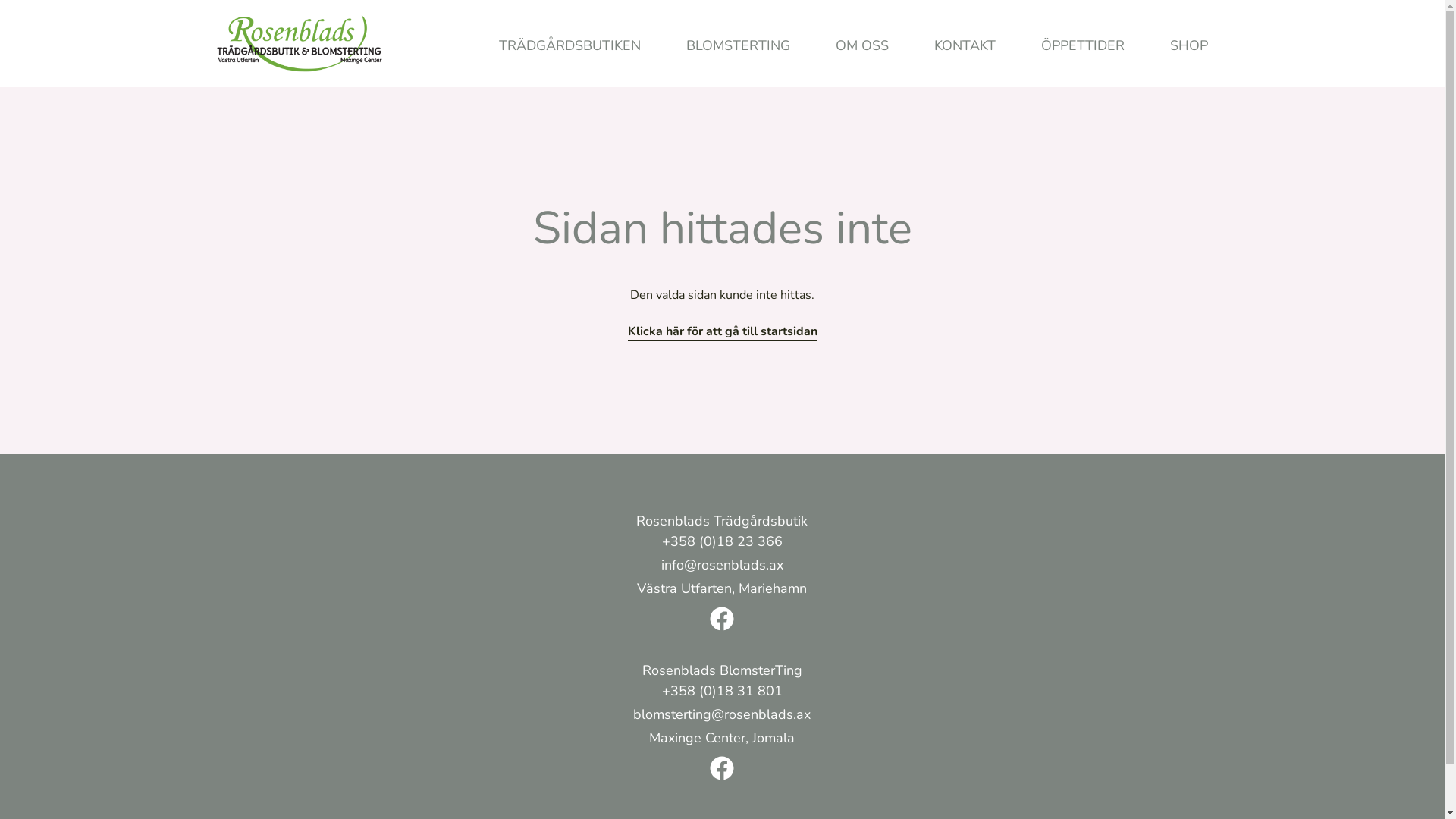 The image size is (1456, 819). Describe the element at coordinates (1187, 45) in the screenshot. I see `'SHOP'` at that location.